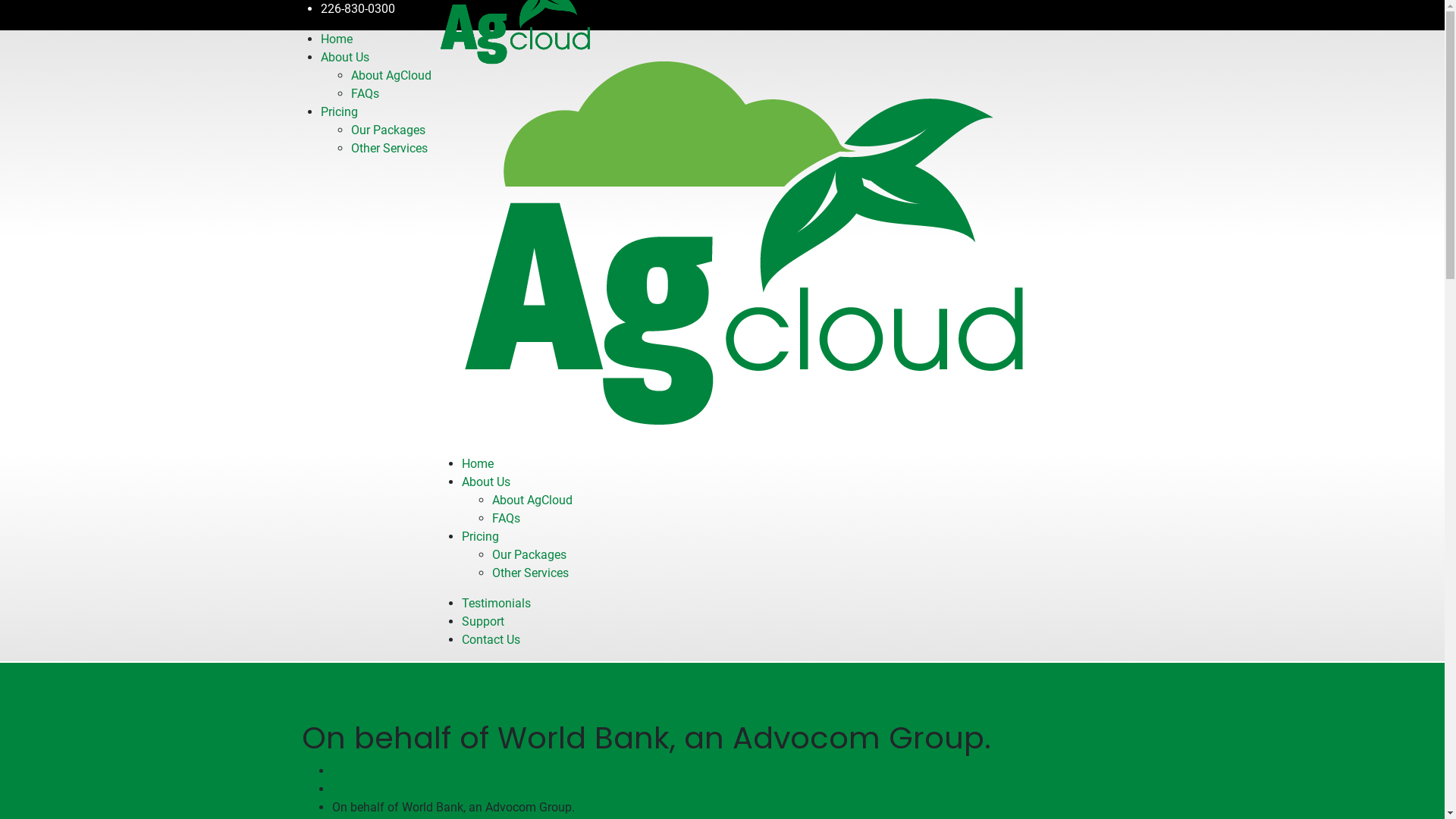 The width and height of the screenshot is (1456, 819). Describe the element at coordinates (364, 93) in the screenshot. I see `'FAQs'` at that location.